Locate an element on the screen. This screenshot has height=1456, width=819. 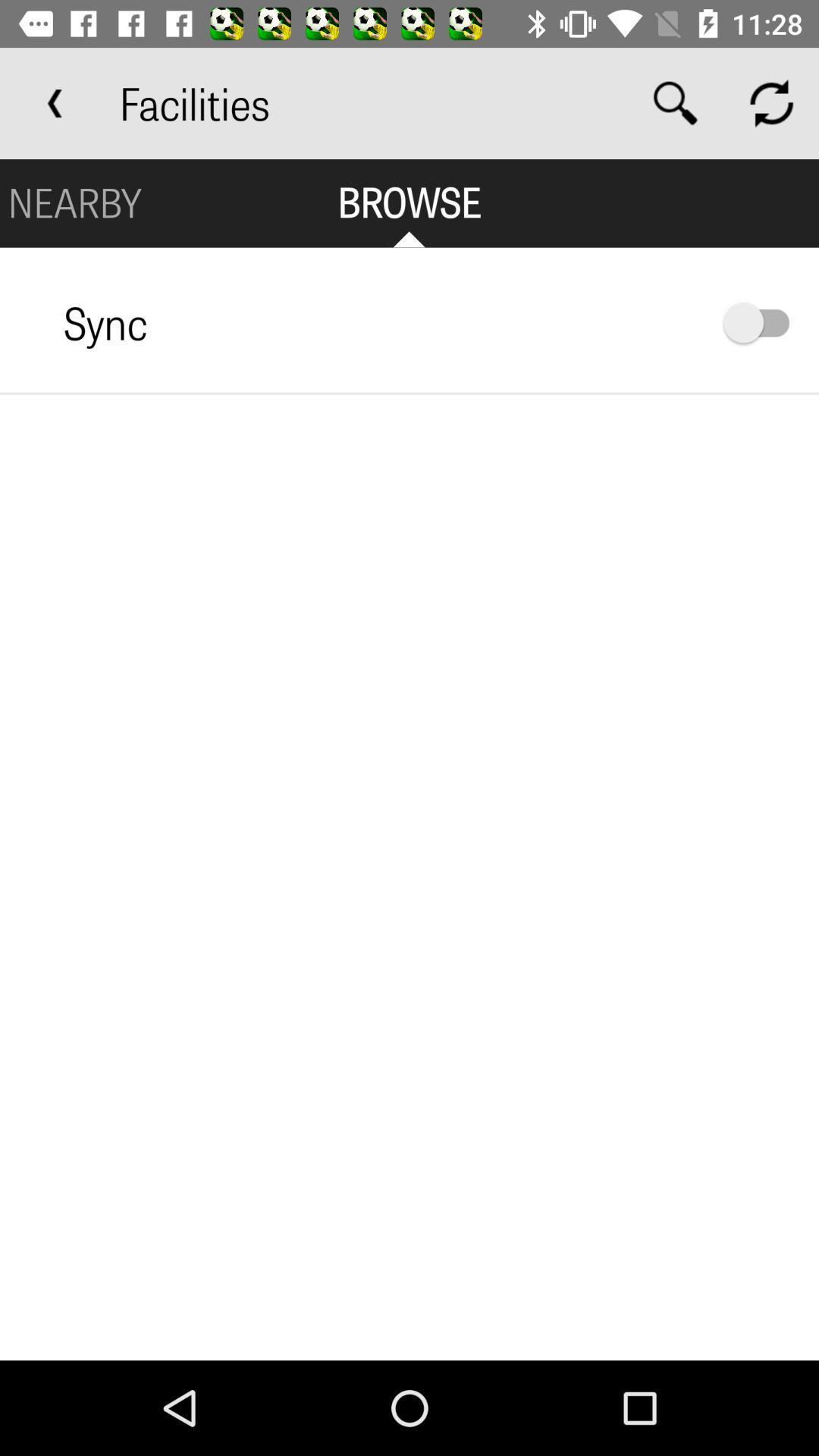
the icon to the right of the facilities icon is located at coordinates (675, 102).